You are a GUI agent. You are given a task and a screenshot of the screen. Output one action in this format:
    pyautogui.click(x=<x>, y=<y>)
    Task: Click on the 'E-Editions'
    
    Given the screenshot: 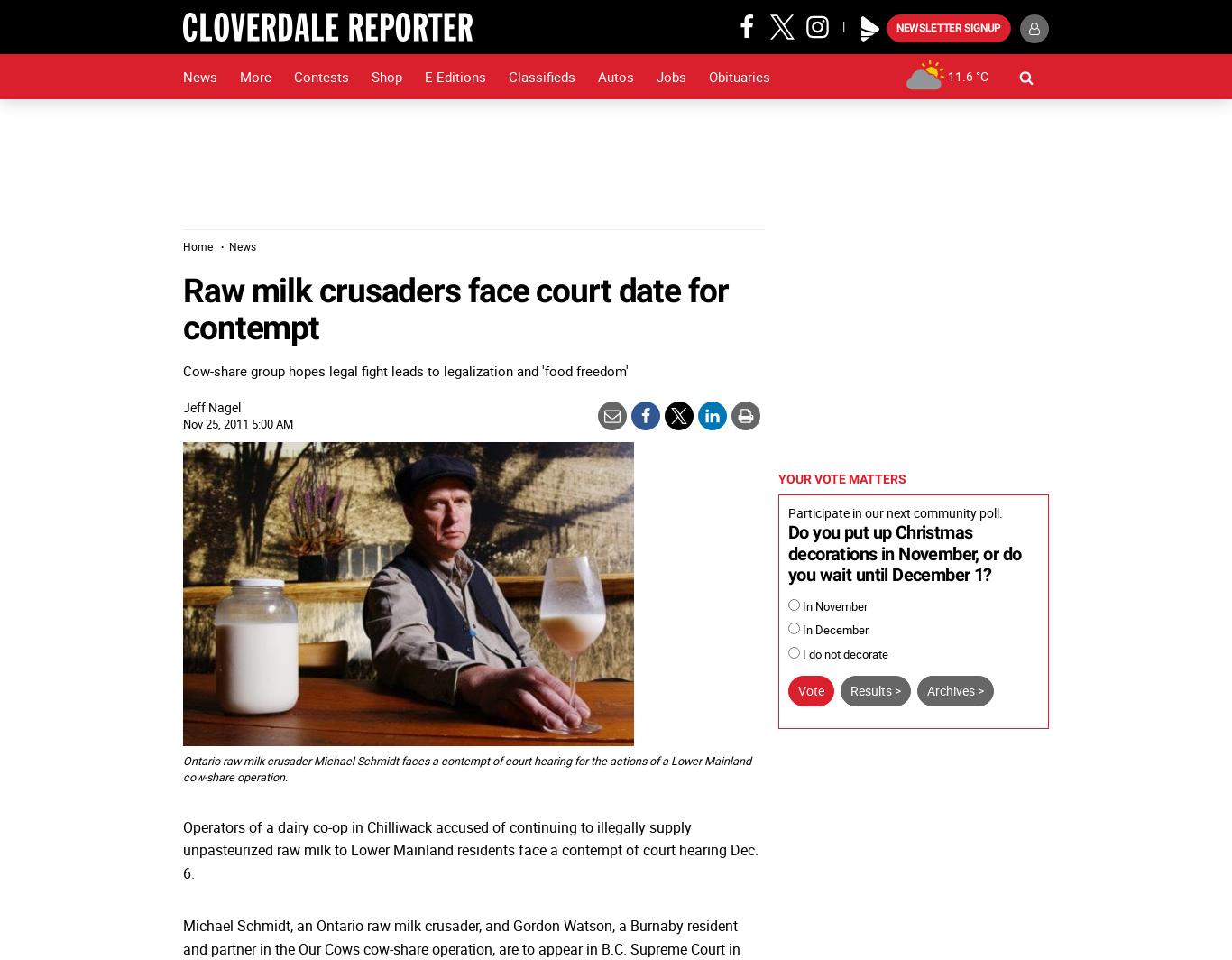 What is the action you would take?
    pyautogui.click(x=455, y=77)
    